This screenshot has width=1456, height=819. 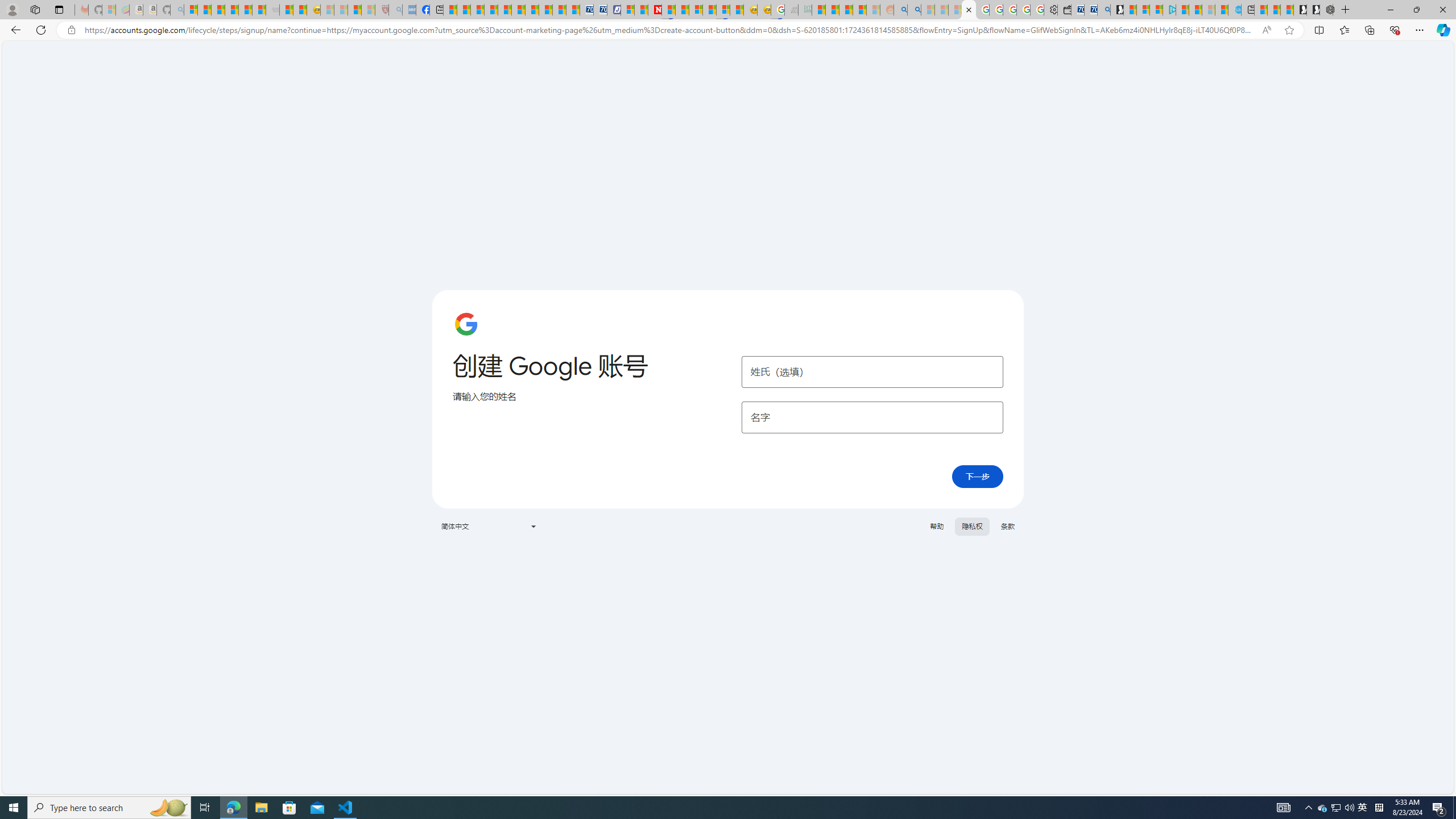 What do you see at coordinates (1090, 9) in the screenshot?
I see `'Cheap Car Rentals - Save70.com'` at bounding box center [1090, 9].